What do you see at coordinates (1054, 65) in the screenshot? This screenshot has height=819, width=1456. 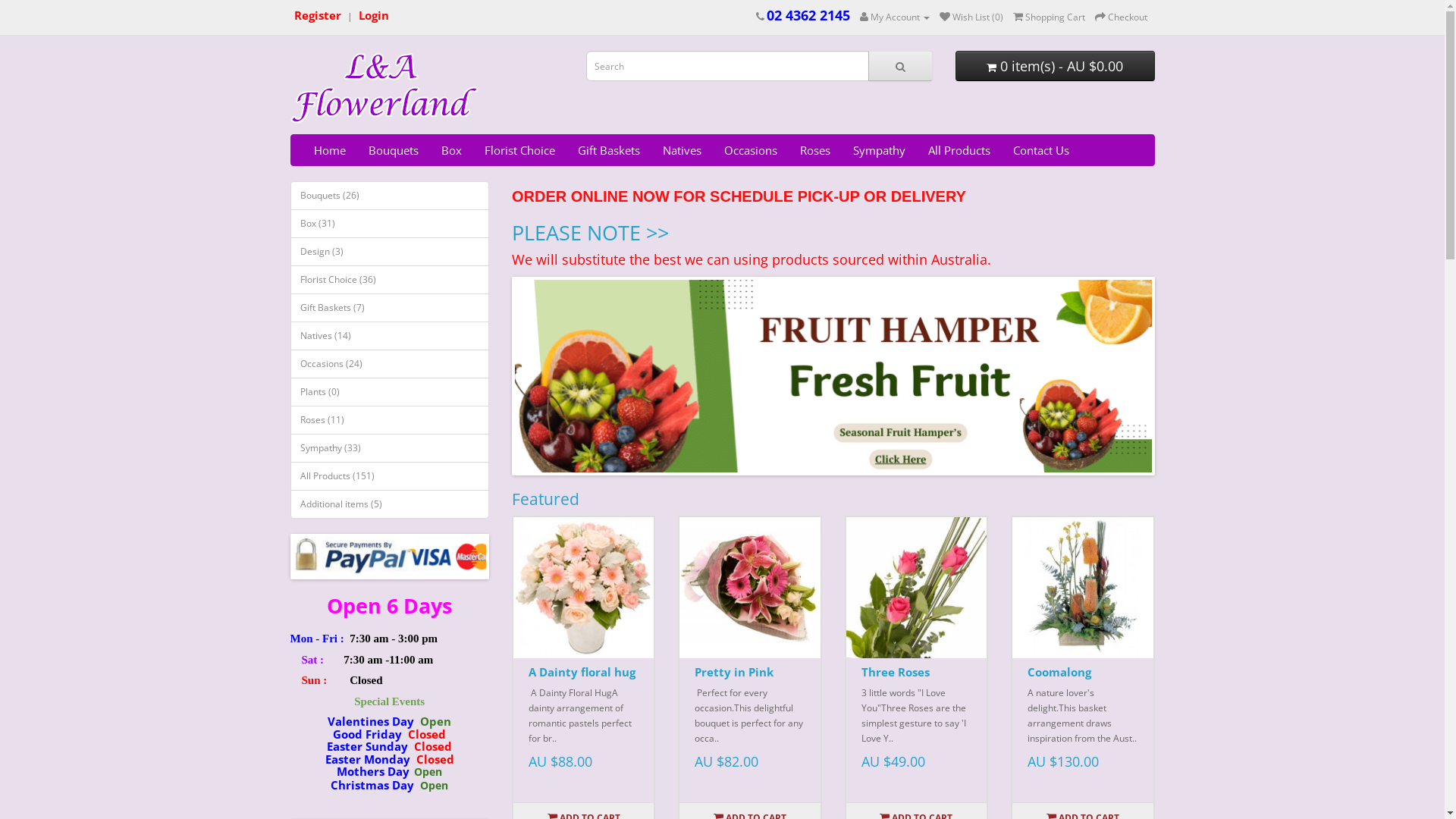 I see `'0 item(s) - AU $0.00'` at bounding box center [1054, 65].